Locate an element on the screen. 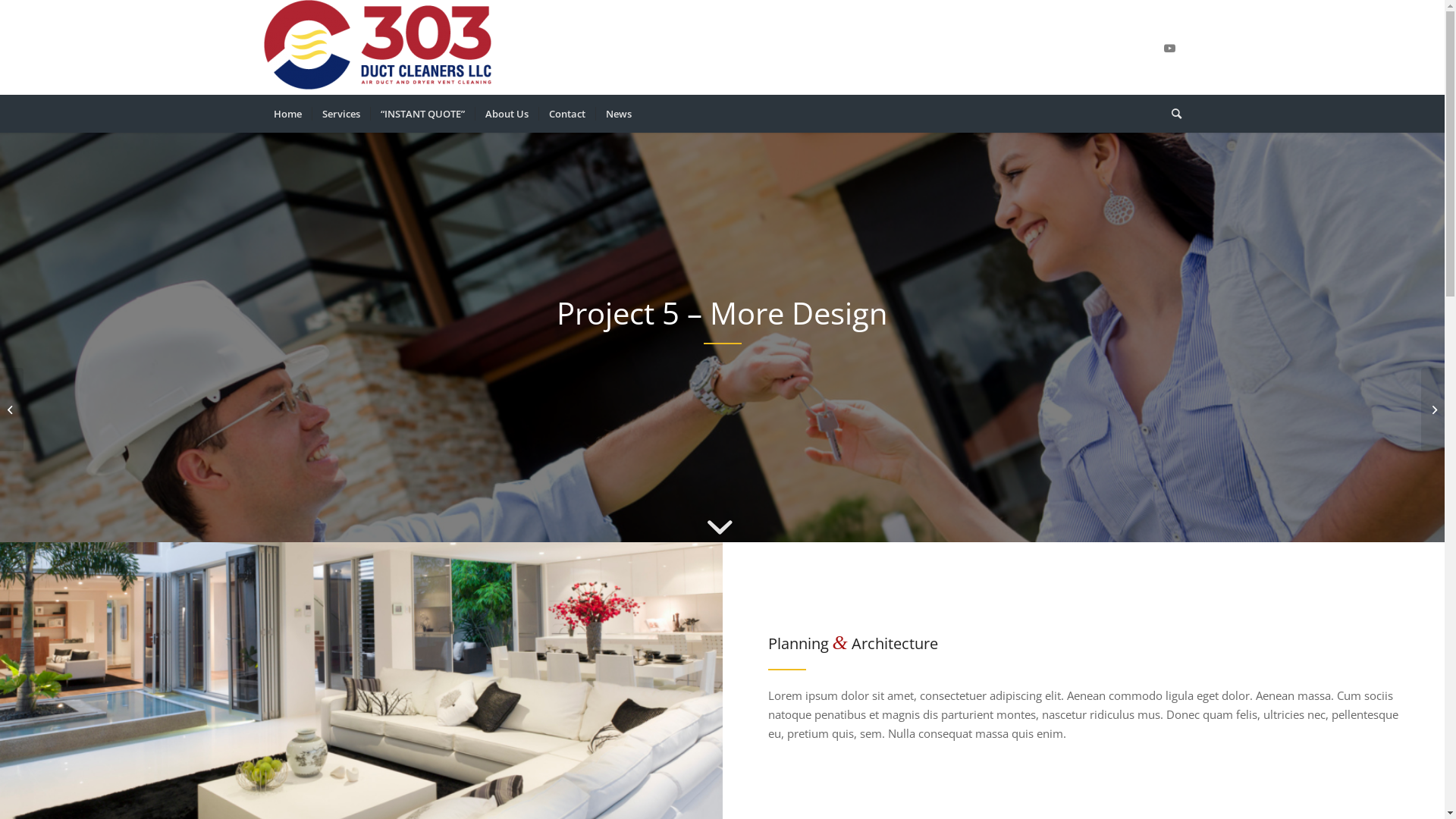 Image resolution: width=1456 pixels, height=819 pixels. 'About Us' is located at coordinates (506, 113).